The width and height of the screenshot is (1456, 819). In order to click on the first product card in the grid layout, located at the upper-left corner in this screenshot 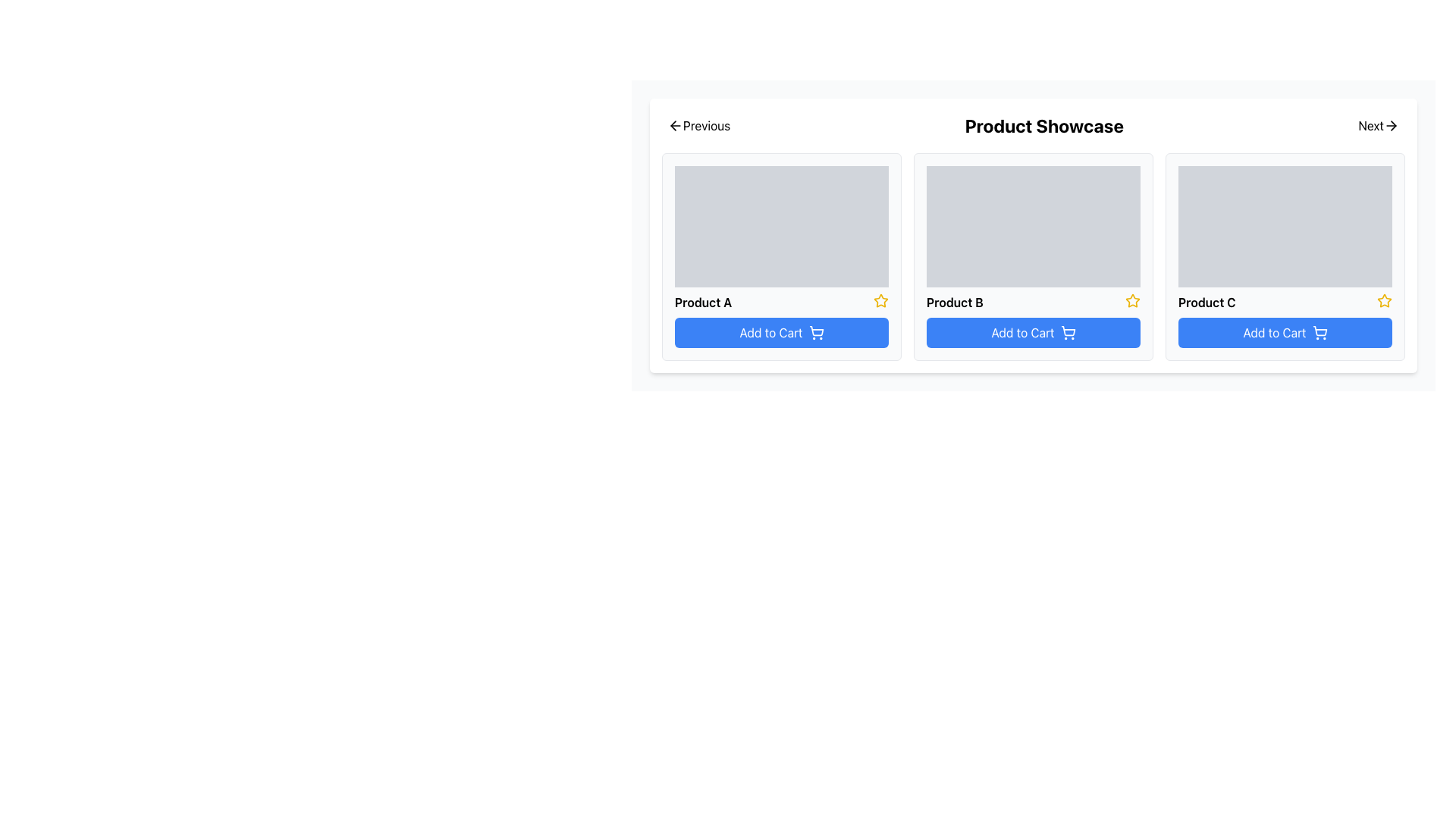, I will do `click(782, 256)`.